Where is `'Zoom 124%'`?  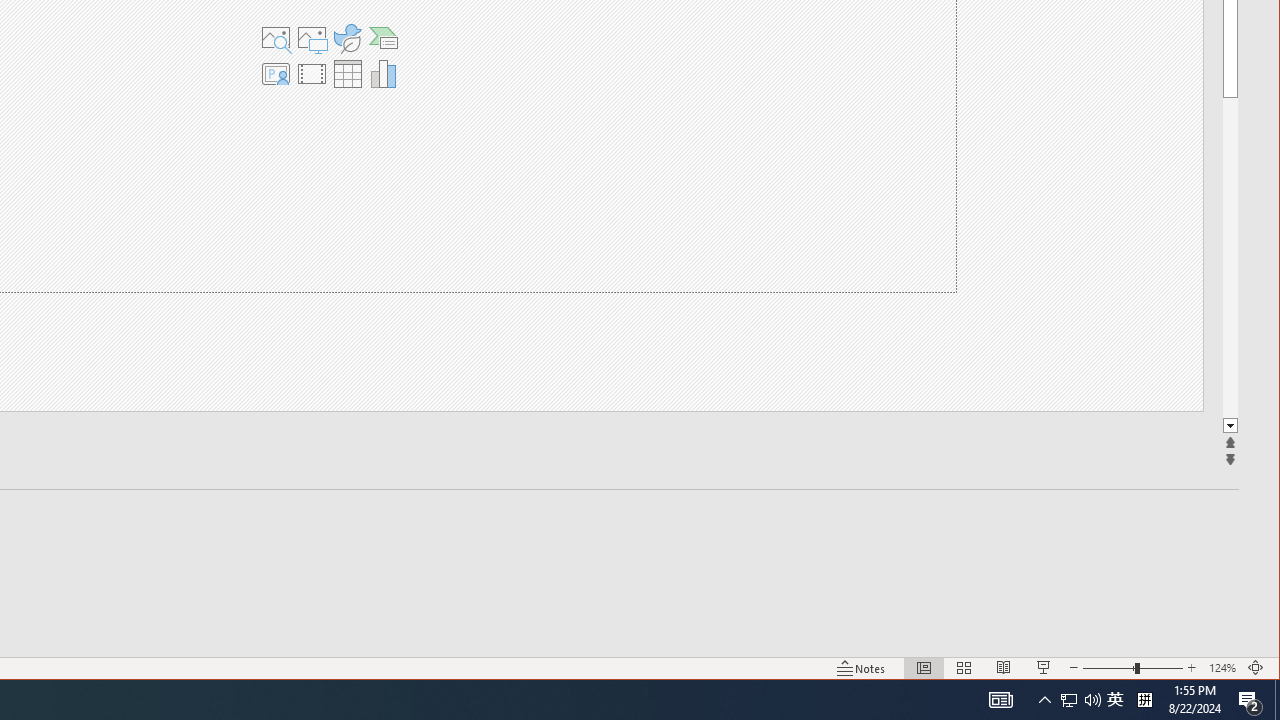 'Zoom 124%' is located at coordinates (1221, 668).